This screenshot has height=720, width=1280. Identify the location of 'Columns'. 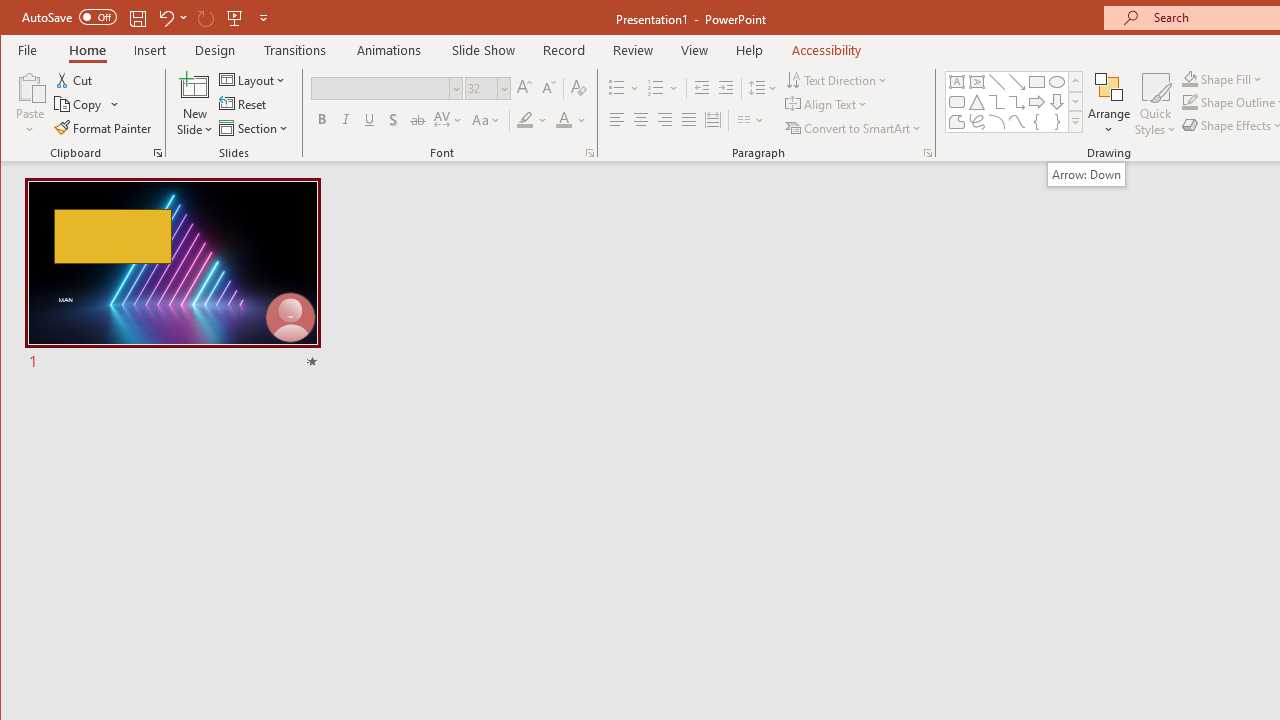
(750, 120).